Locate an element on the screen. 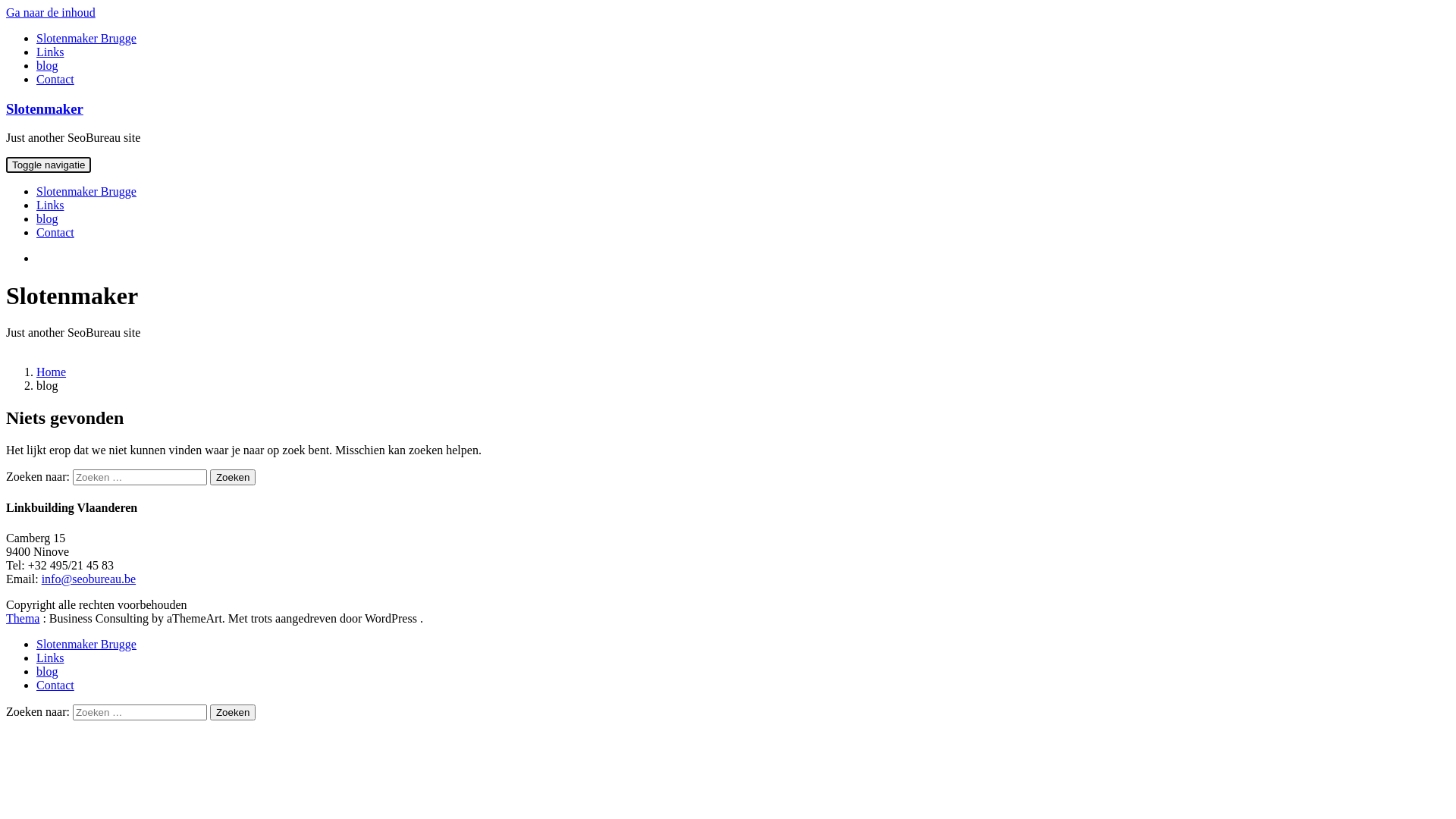  'info@seobureau.be' is located at coordinates (87, 579).